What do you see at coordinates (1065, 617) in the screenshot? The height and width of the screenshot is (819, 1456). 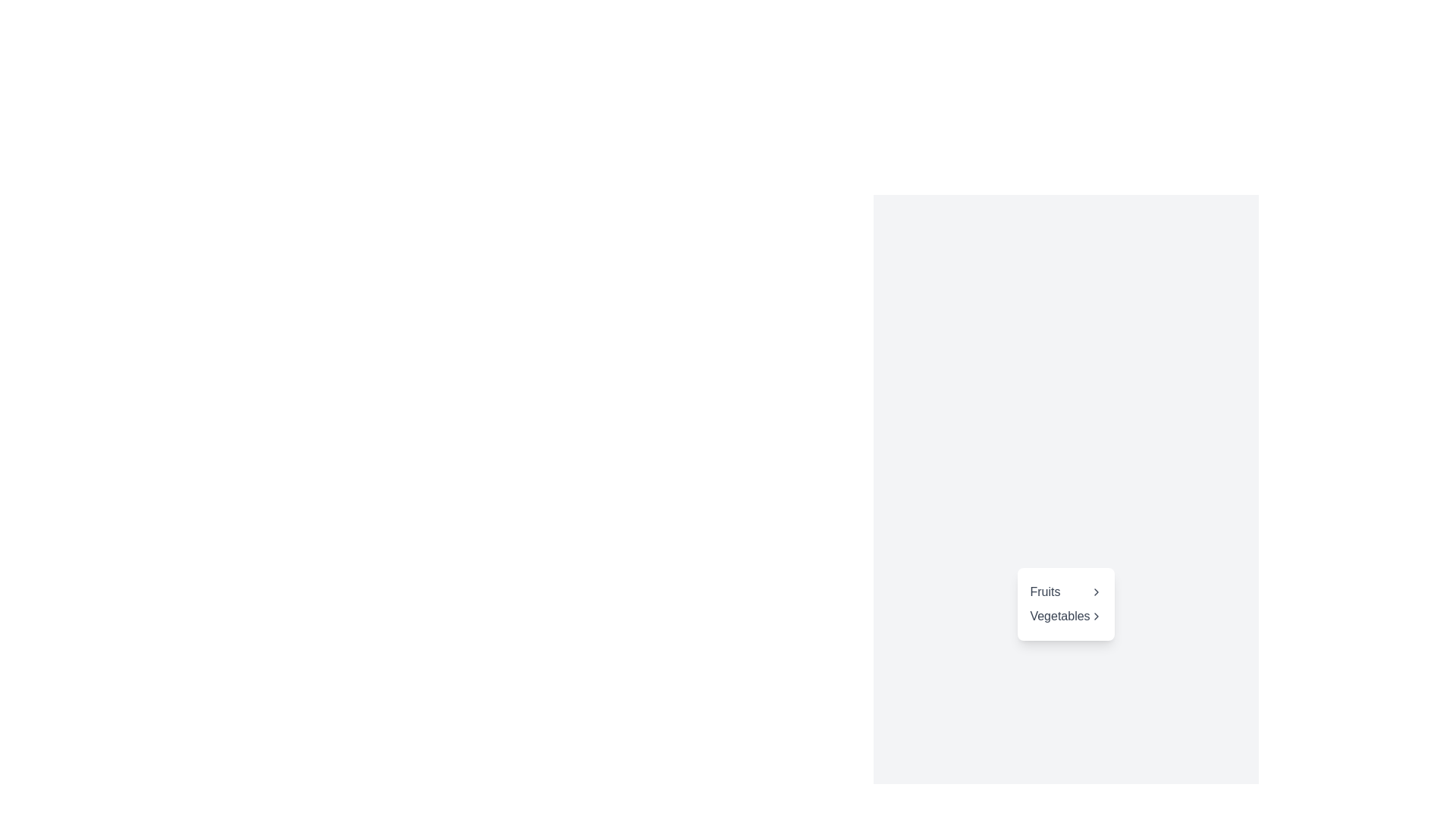 I see `the interactive label for the category 'Vegetables'` at bounding box center [1065, 617].